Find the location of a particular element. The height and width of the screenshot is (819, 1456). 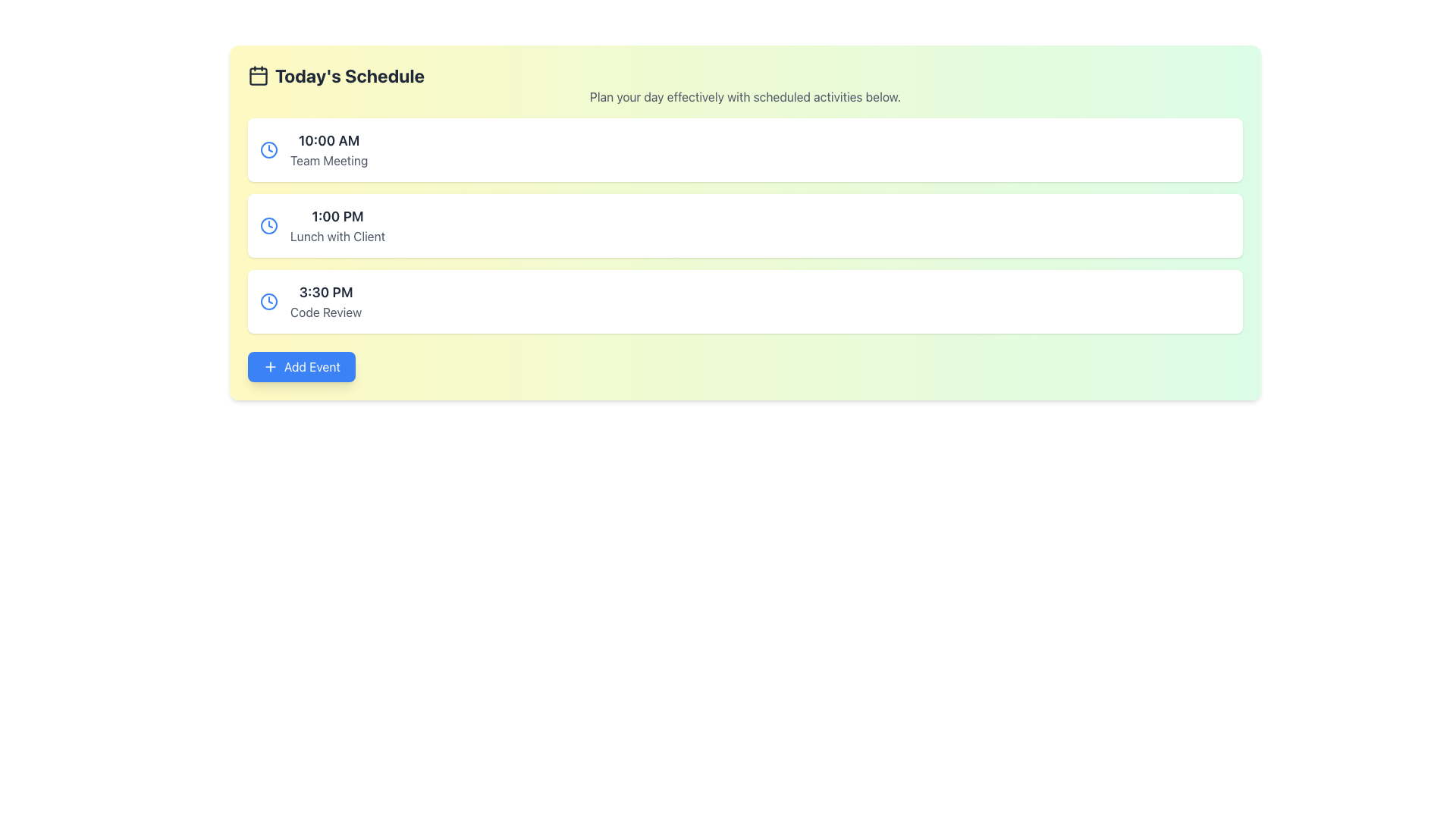

the second scheduled event entry in the daily planner, which shows '1:00 PM Lunch with Client' is located at coordinates (337, 225).